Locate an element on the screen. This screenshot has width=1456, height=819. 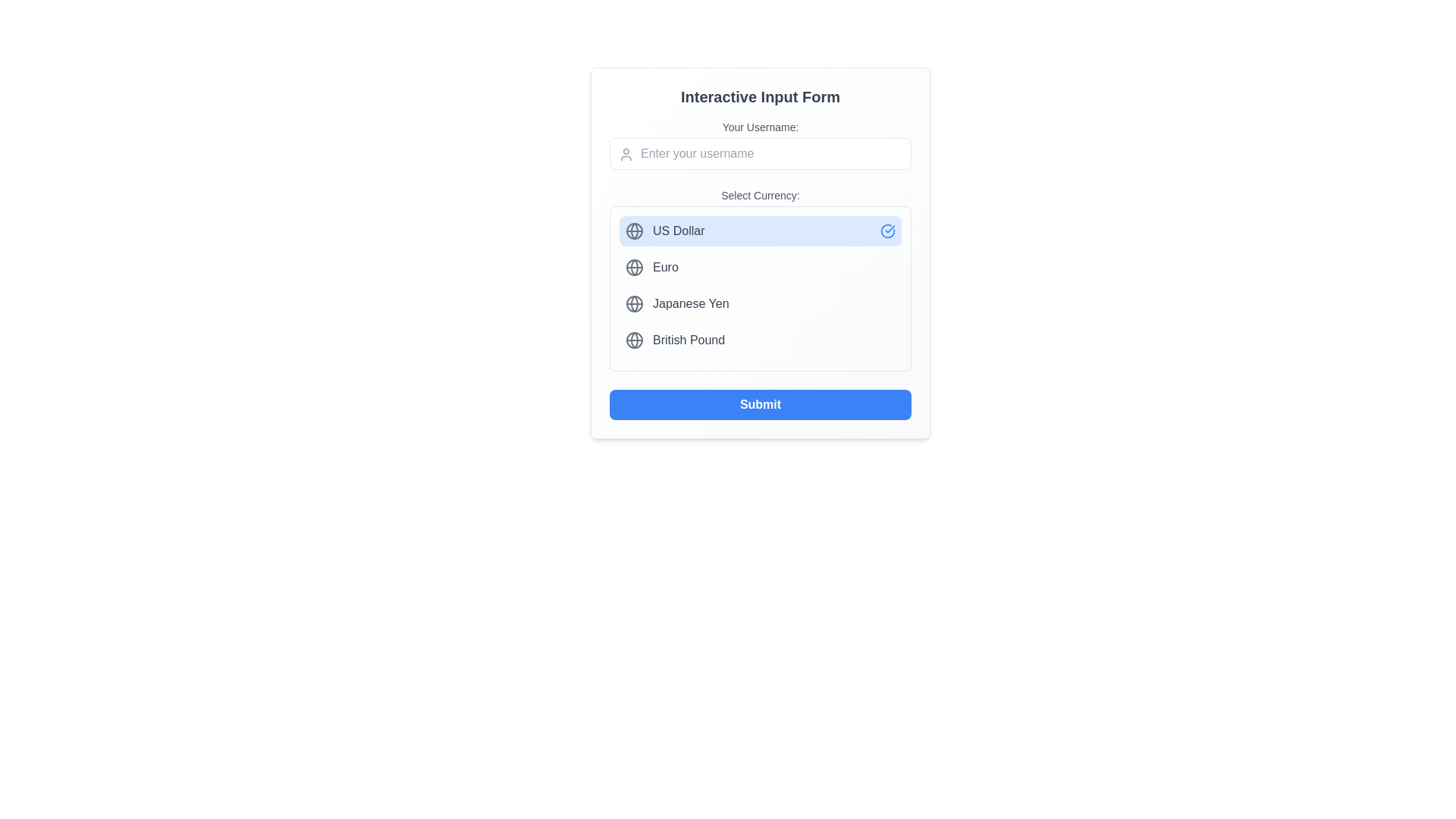
the text label displaying 'US Dollar', which is styled with a medium font weight and gray color, located within a list of currency options is located at coordinates (678, 231).